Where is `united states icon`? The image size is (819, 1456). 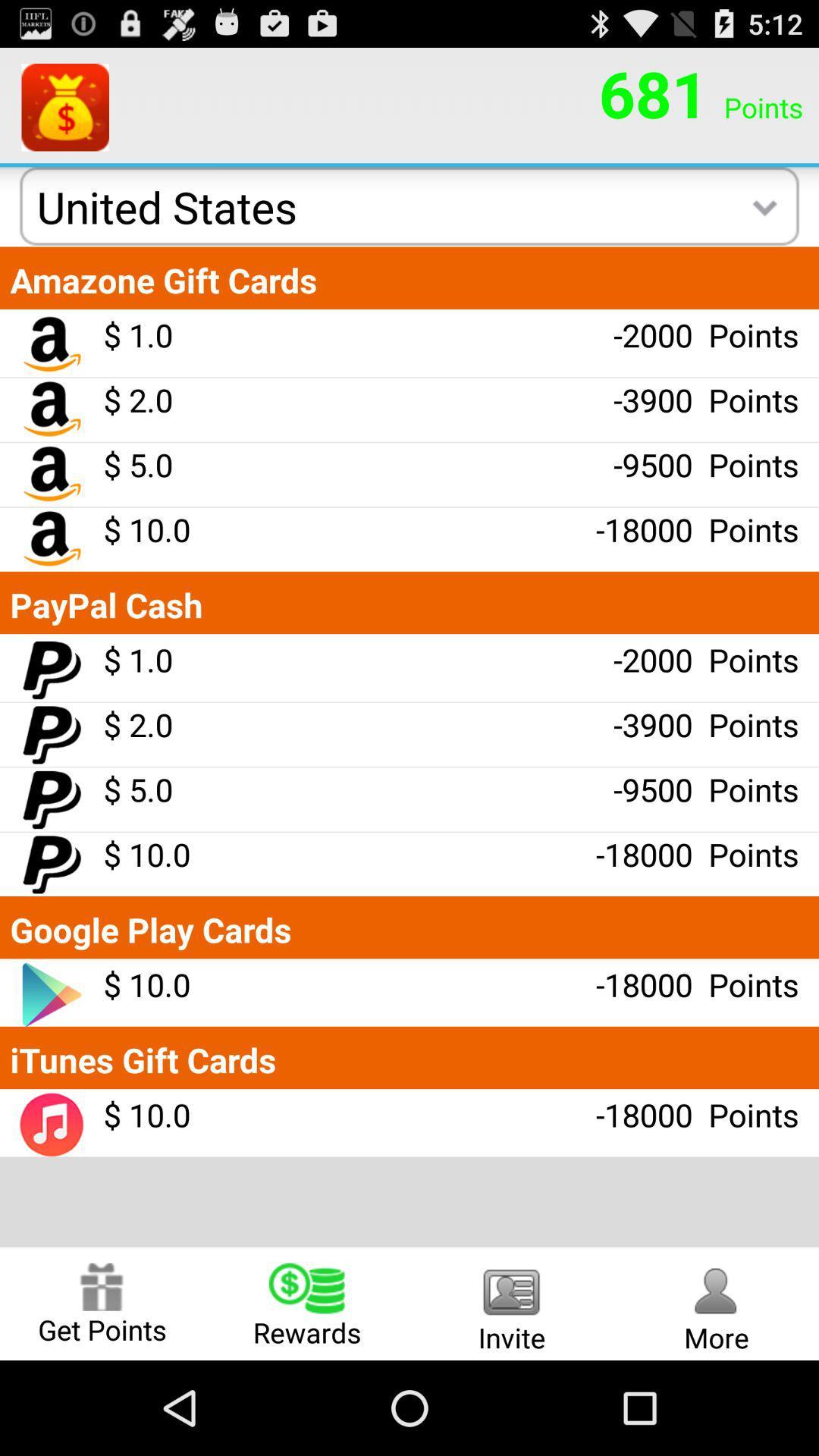 united states icon is located at coordinates (167, 206).